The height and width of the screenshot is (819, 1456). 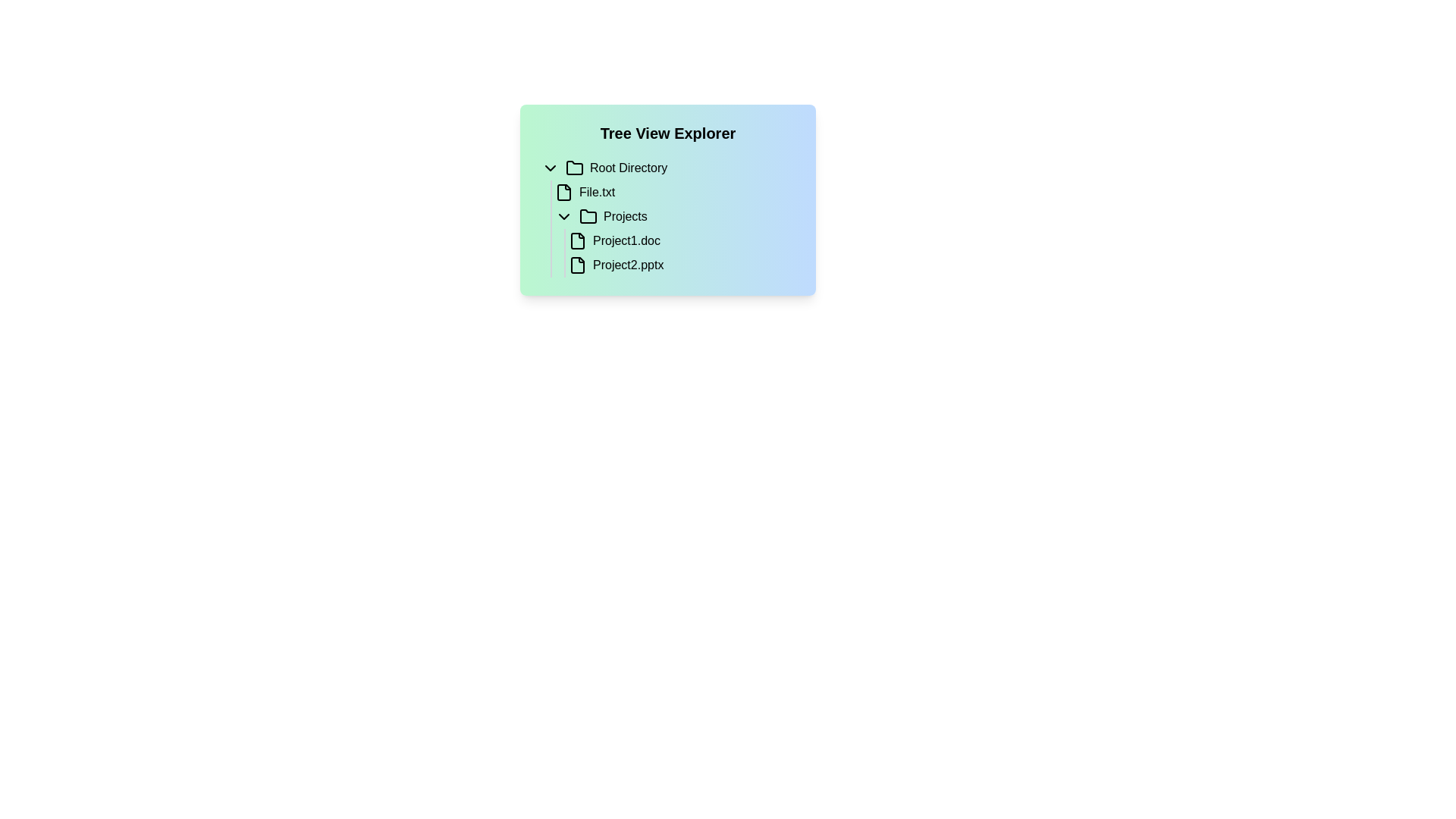 What do you see at coordinates (563, 192) in the screenshot?
I see `the document icon located to the left of the 'File.txt' label in the tree explorer interface` at bounding box center [563, 192].